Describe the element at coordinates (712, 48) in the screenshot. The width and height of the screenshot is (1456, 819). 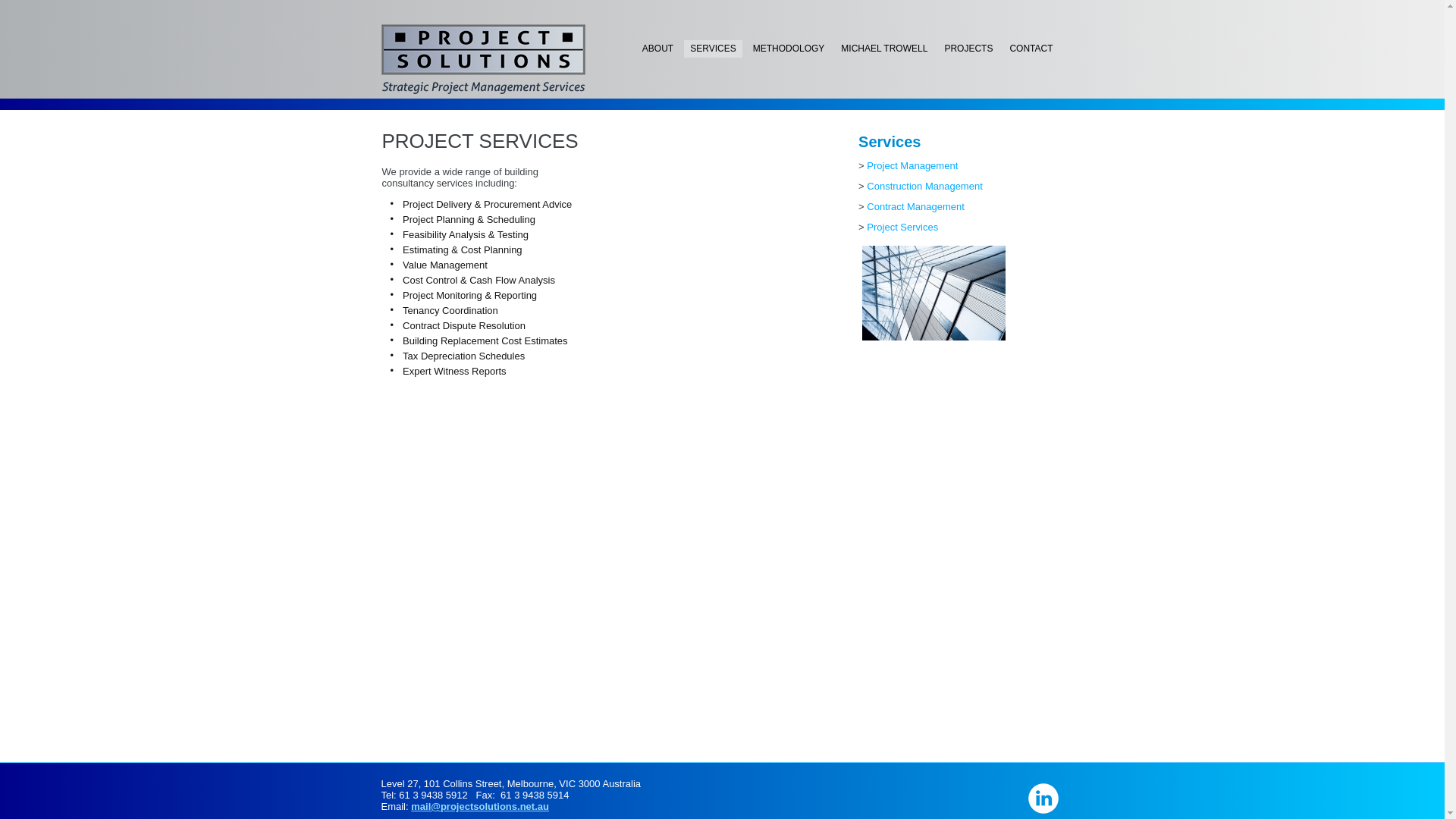
I see `'SERVICES'` at that location.